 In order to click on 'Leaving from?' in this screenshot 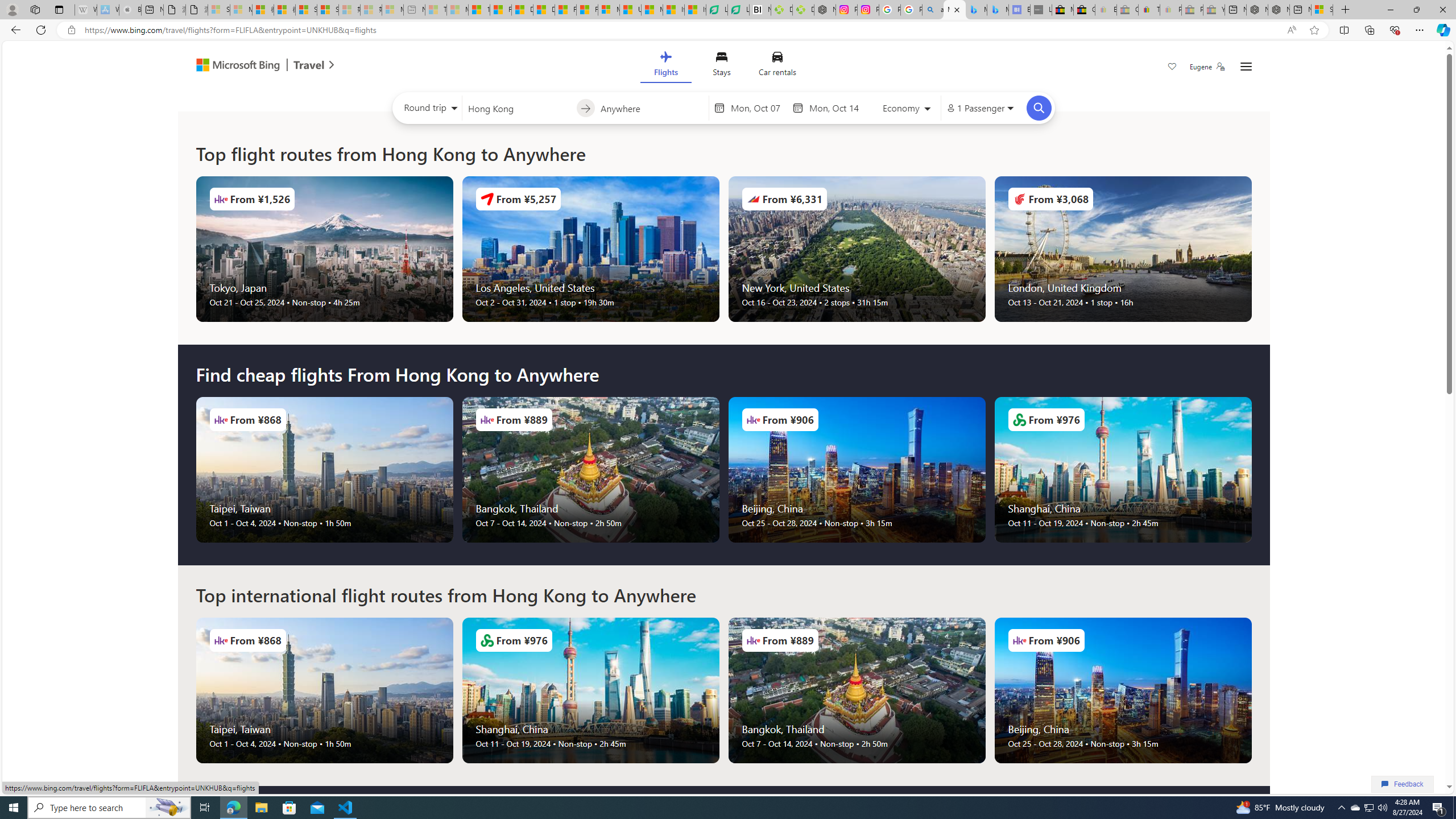, I will do `click(519, 107)`.